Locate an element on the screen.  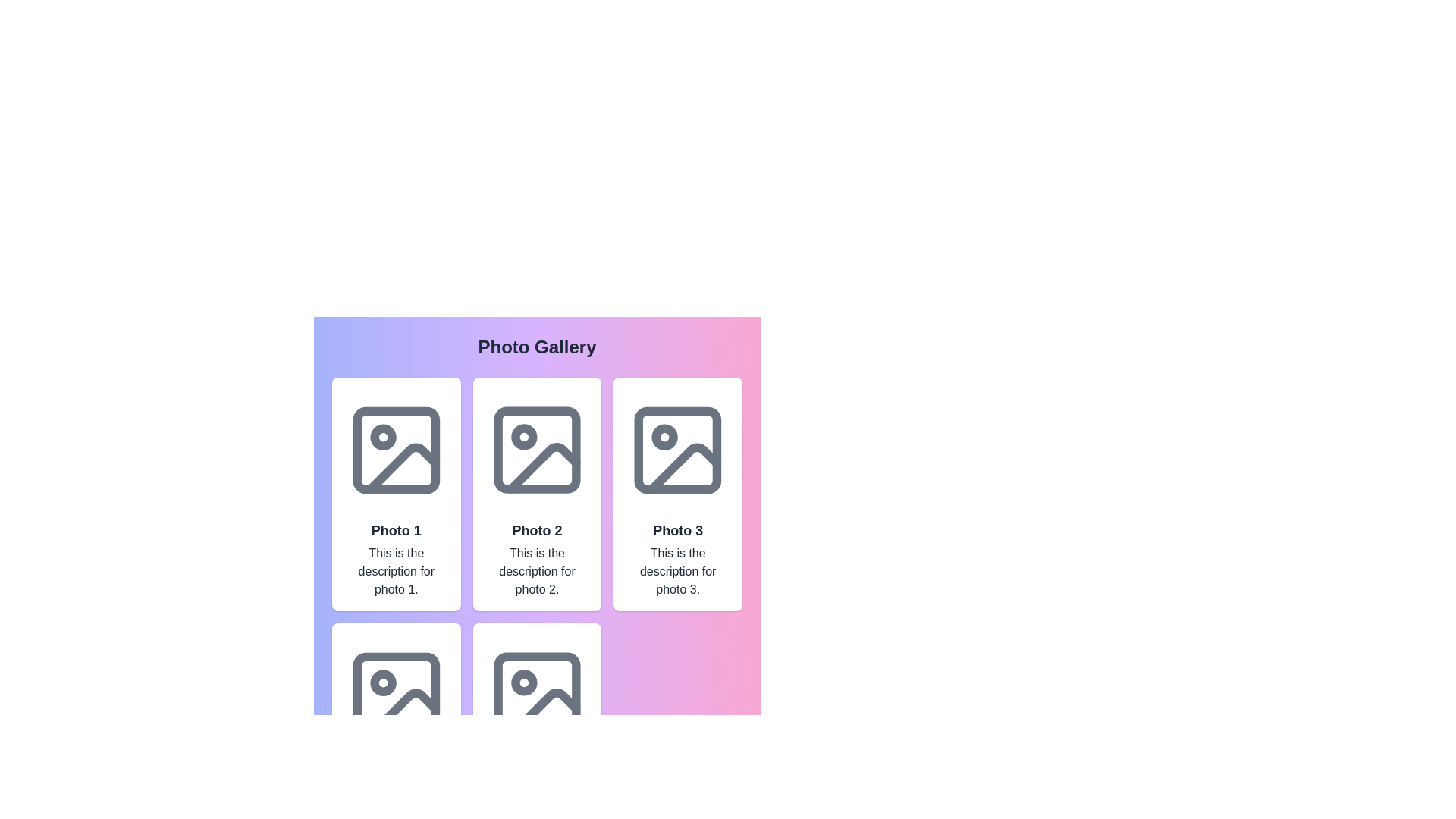
the circle element in the second row of the photo grid, located in the middle of the lower-left tile is located at coordinates (524, 682).